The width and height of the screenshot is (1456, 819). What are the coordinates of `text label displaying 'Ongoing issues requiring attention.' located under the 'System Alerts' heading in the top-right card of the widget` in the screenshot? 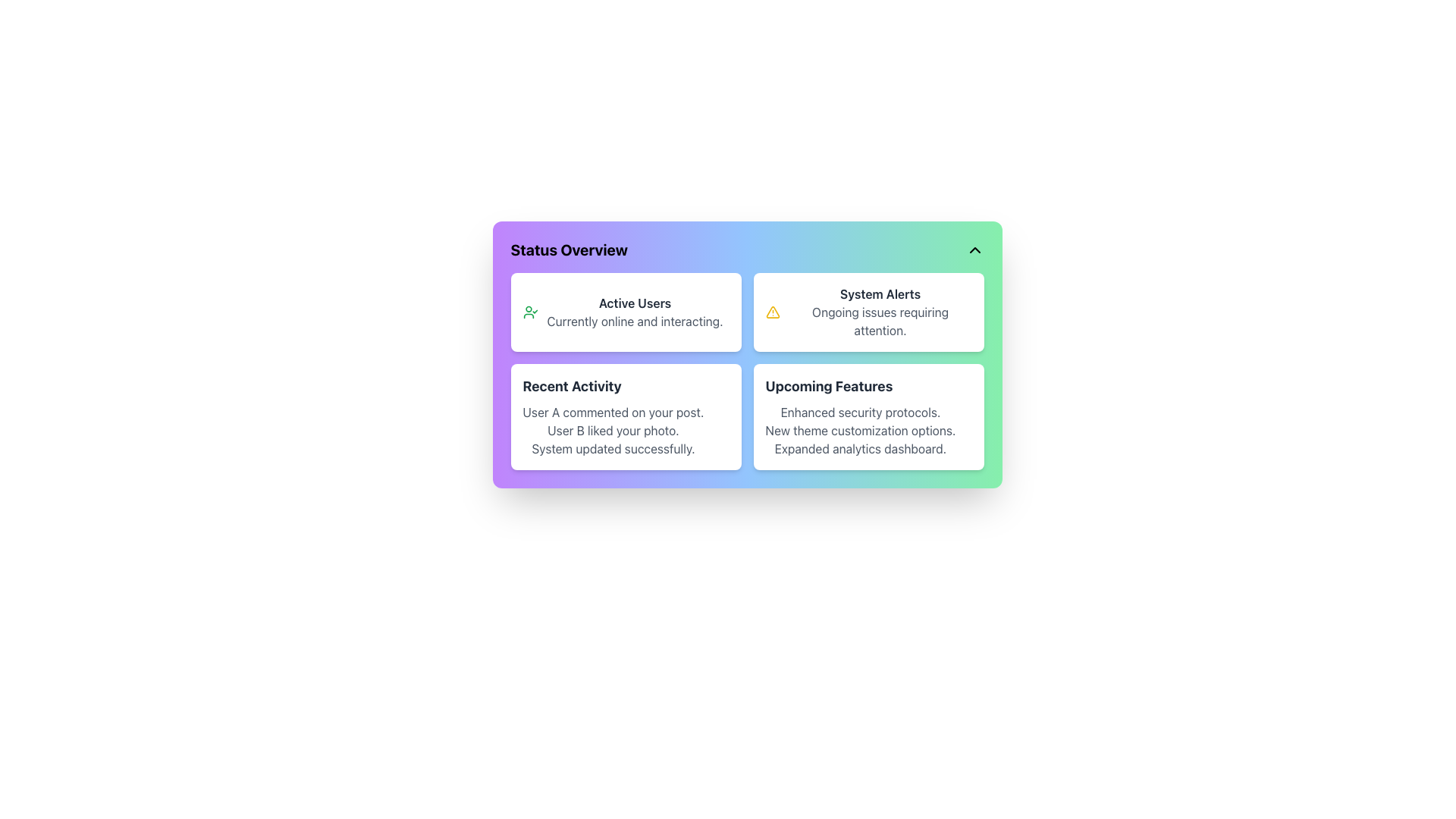 It's located at (880, 321).